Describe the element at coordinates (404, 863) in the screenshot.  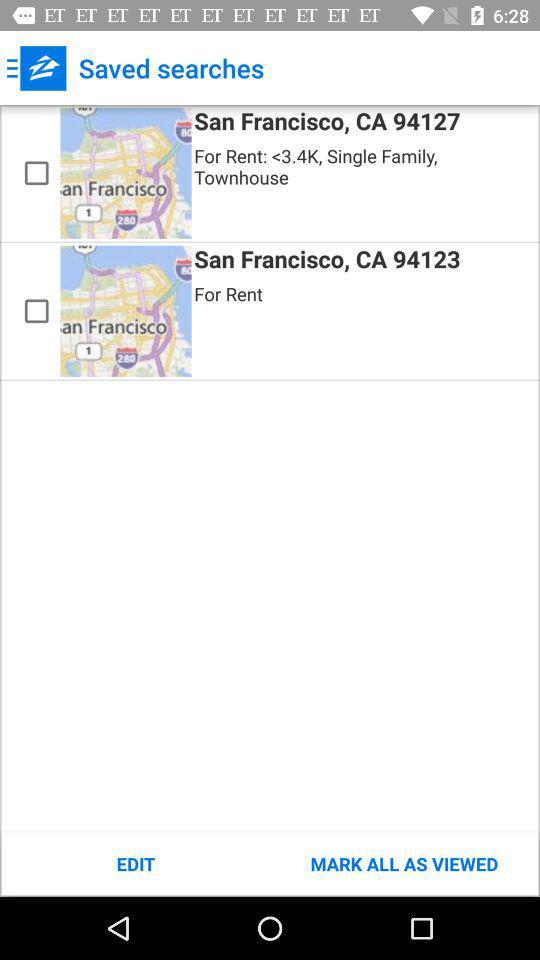
I see `the icon to the right of edit` at that location.